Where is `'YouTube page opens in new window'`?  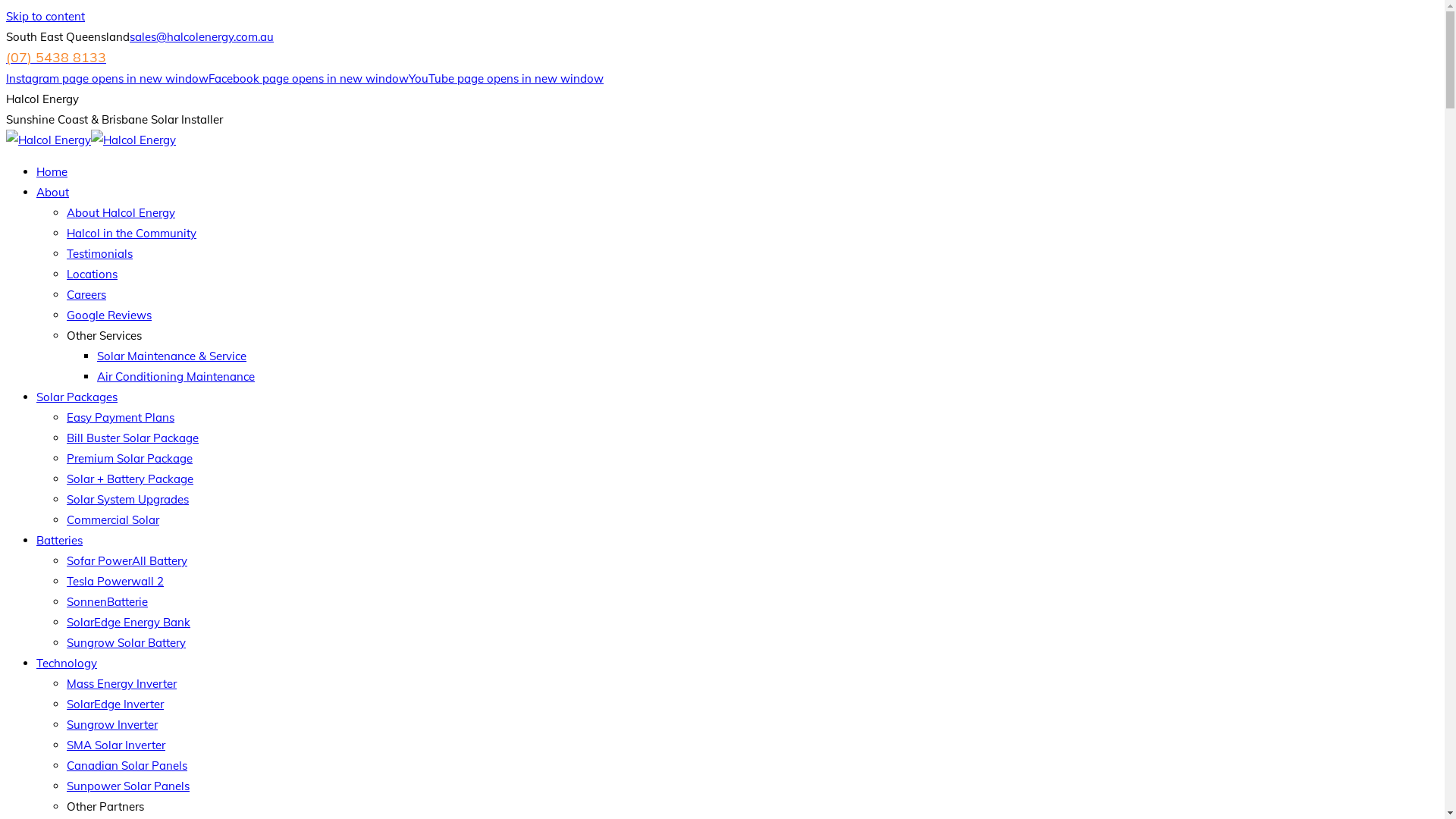
'YouTube page opens in new window' is located at coordinates (506, 78).